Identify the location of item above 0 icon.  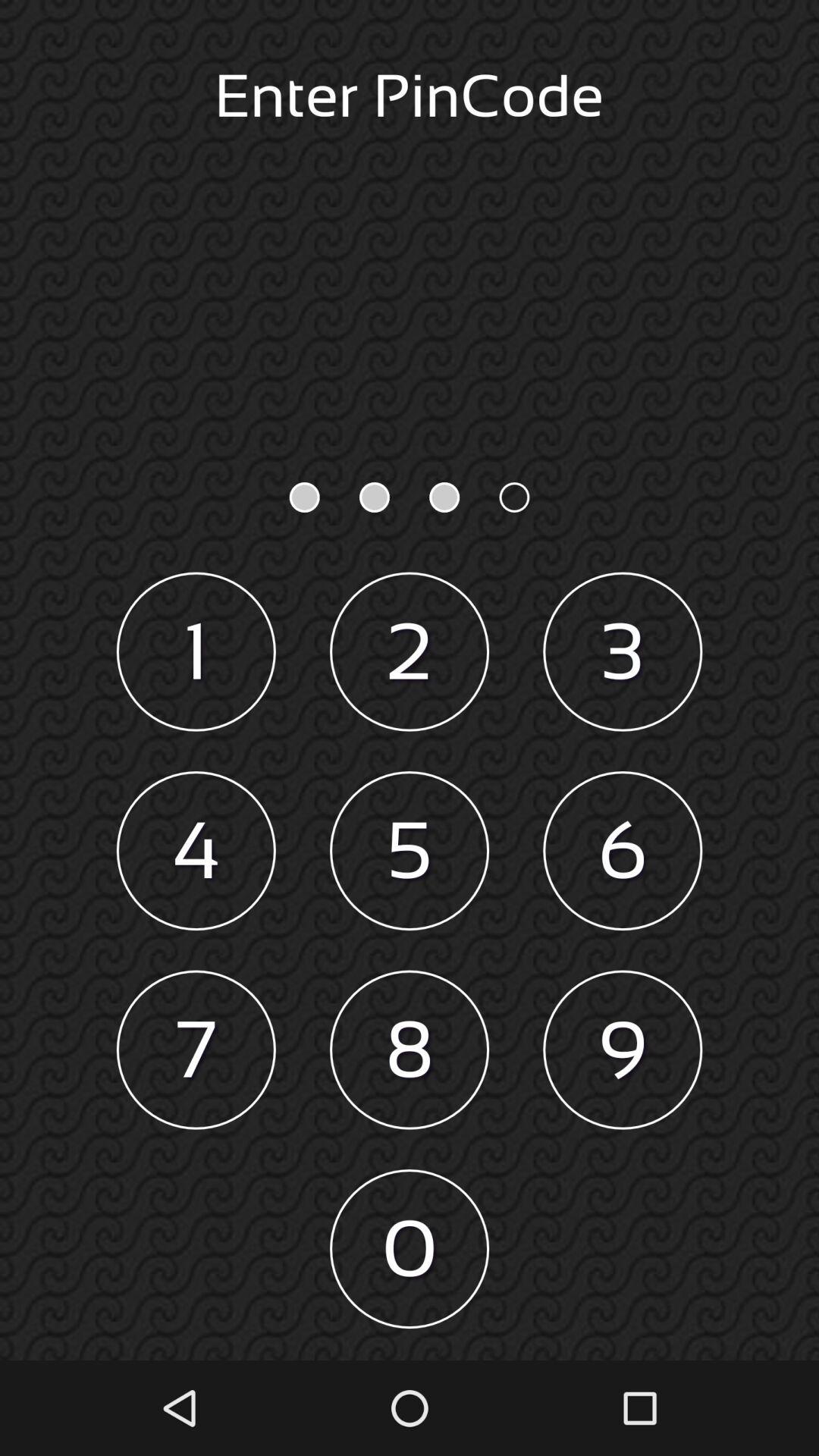
(409, 1049).